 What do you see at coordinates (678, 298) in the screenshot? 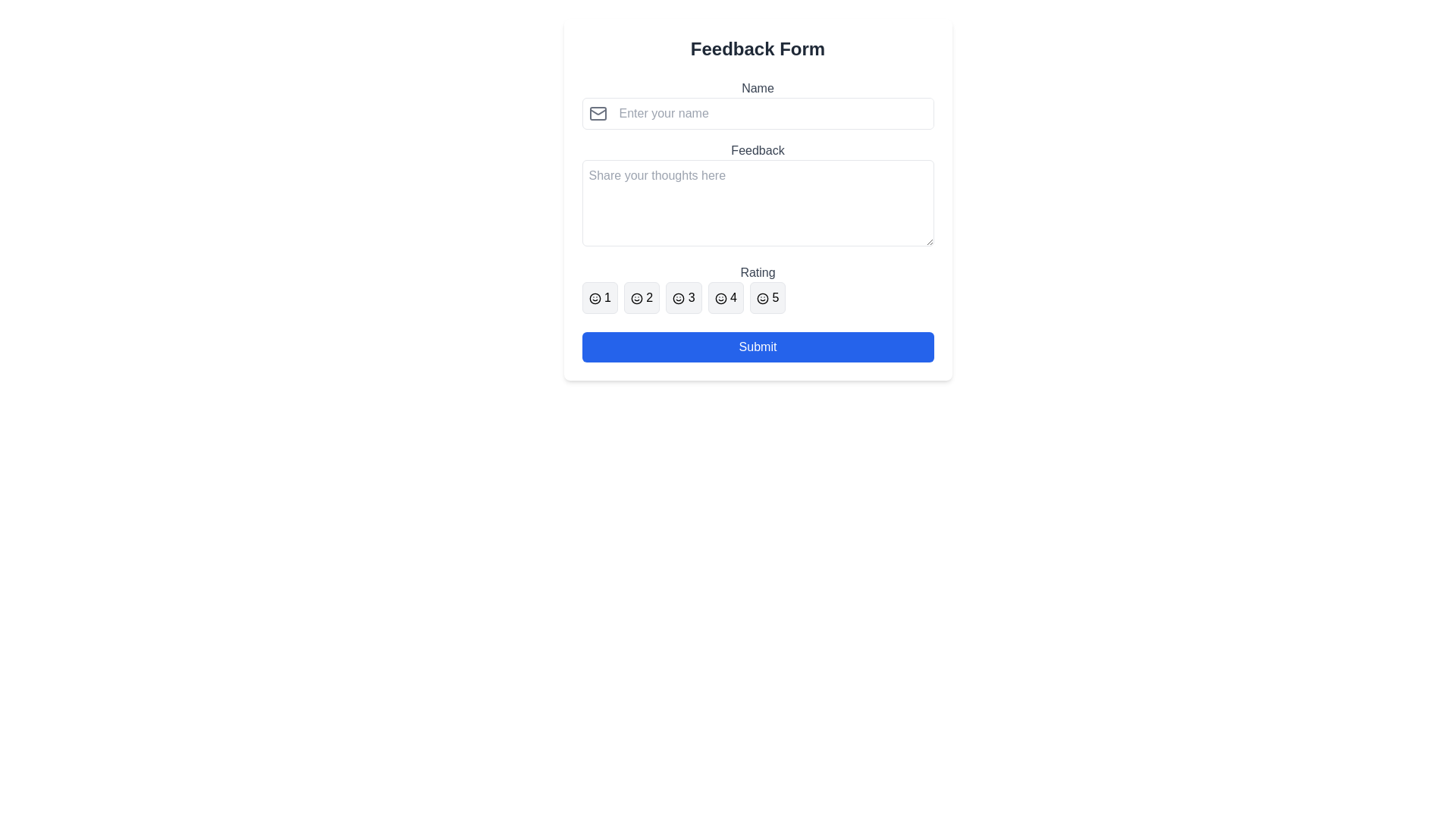
I see `the rating icon for the value '3', which is the third button in a series of five rating options` at bounding box center [678, 298].